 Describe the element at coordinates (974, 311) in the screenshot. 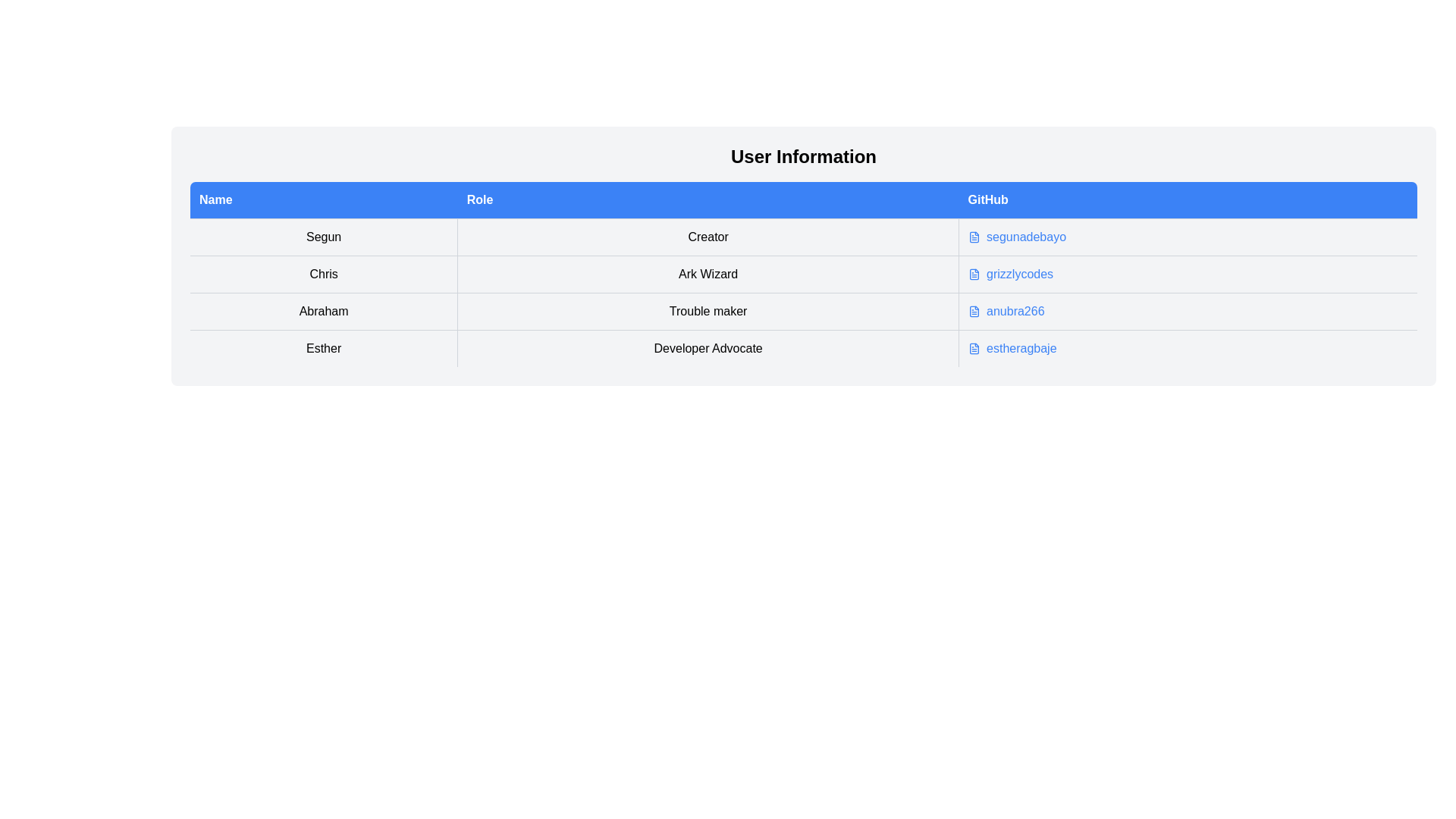

I see `the SVG icon representing a file or related document associated with the GitHub username 'anubra266' in the third row of the table` at that location.